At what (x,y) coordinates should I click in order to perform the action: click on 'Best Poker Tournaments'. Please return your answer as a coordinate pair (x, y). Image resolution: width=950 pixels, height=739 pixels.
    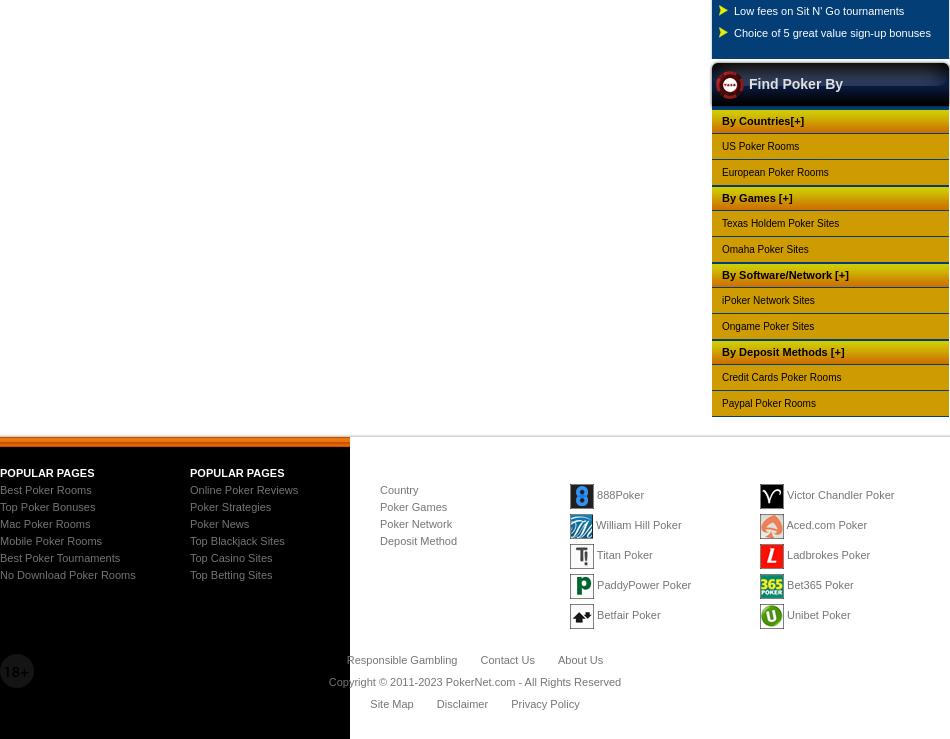
    Looking at the image, I should click on (60, 555).